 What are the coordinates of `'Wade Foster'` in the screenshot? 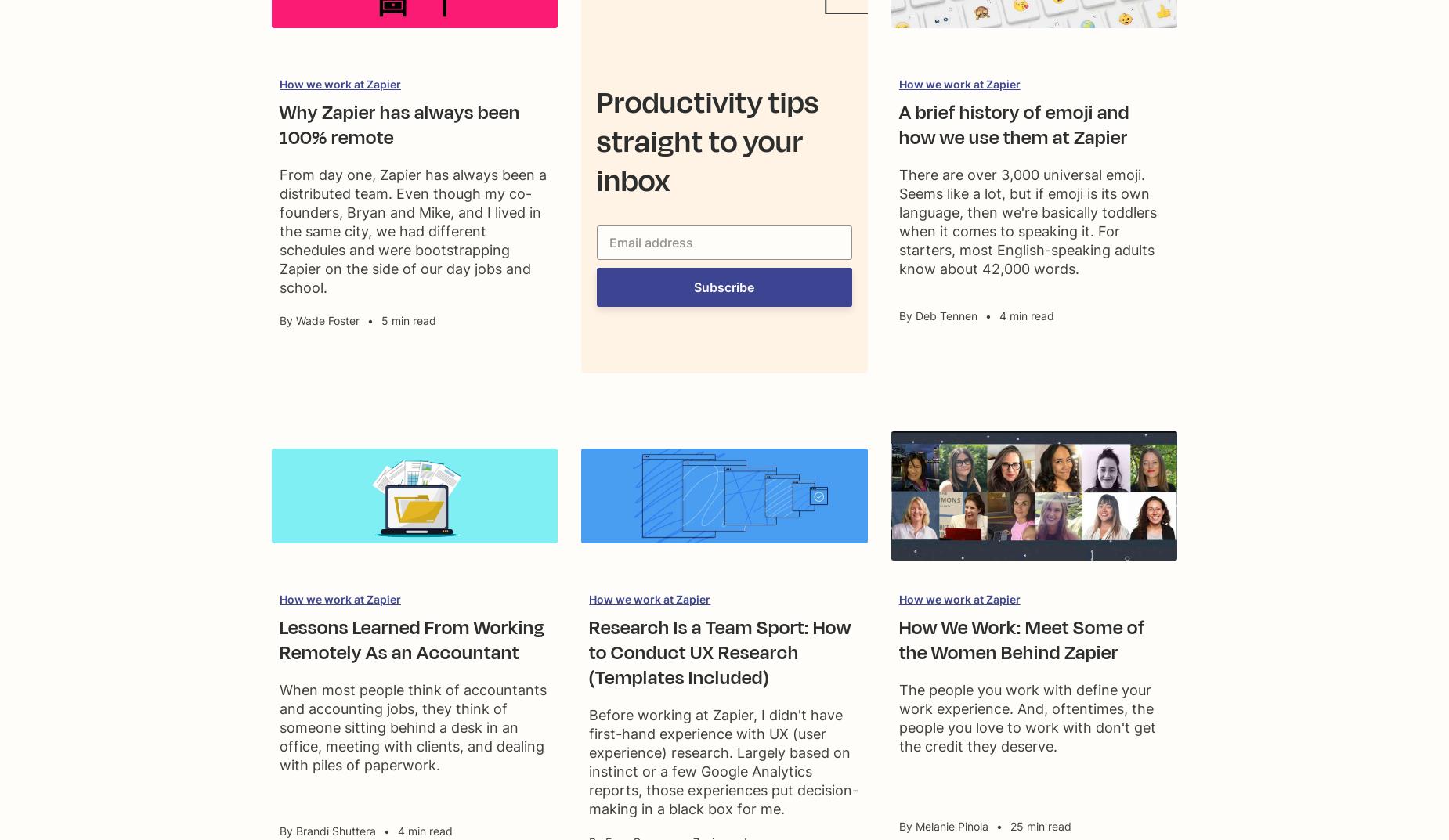 It's located at (294, 319).